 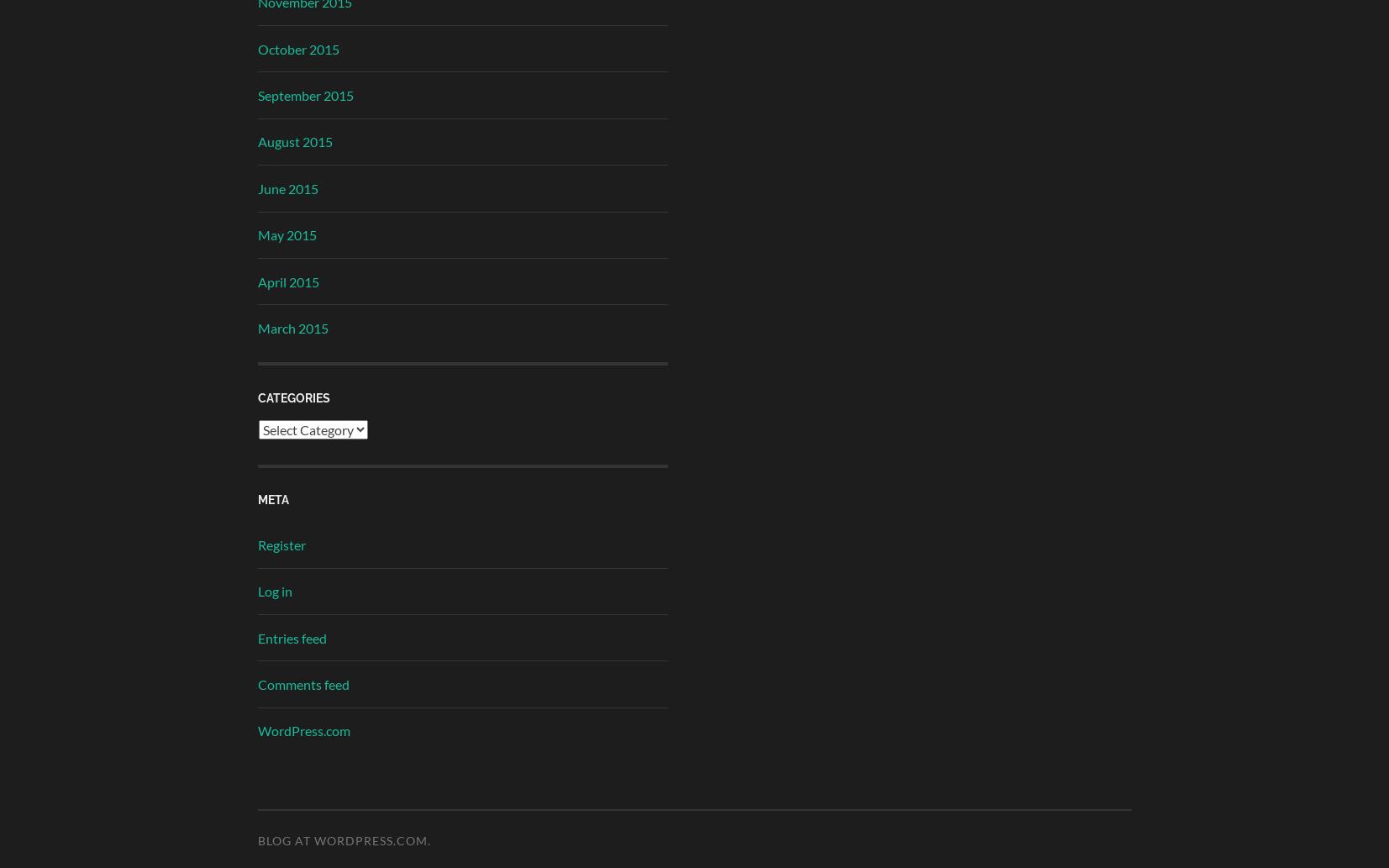 What do you see at coordinates (302, 683) in the screenshot?
I see `'Comments feed'` at bounding box center [302, 683].